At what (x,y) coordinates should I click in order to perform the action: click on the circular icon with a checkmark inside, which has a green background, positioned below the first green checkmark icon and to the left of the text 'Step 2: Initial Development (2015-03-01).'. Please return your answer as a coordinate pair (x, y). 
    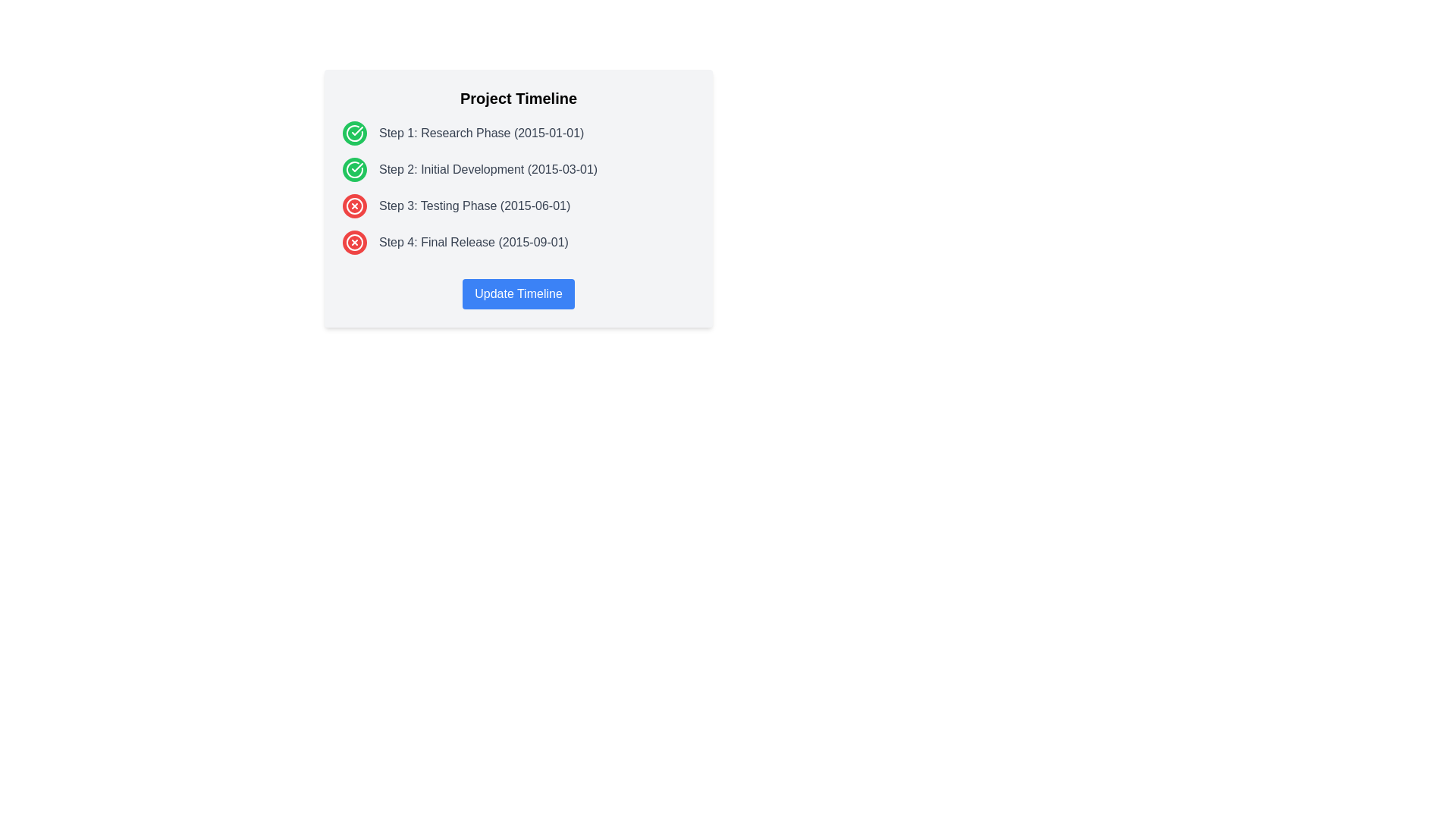
    Looking at the image, I should click on (353, 169).